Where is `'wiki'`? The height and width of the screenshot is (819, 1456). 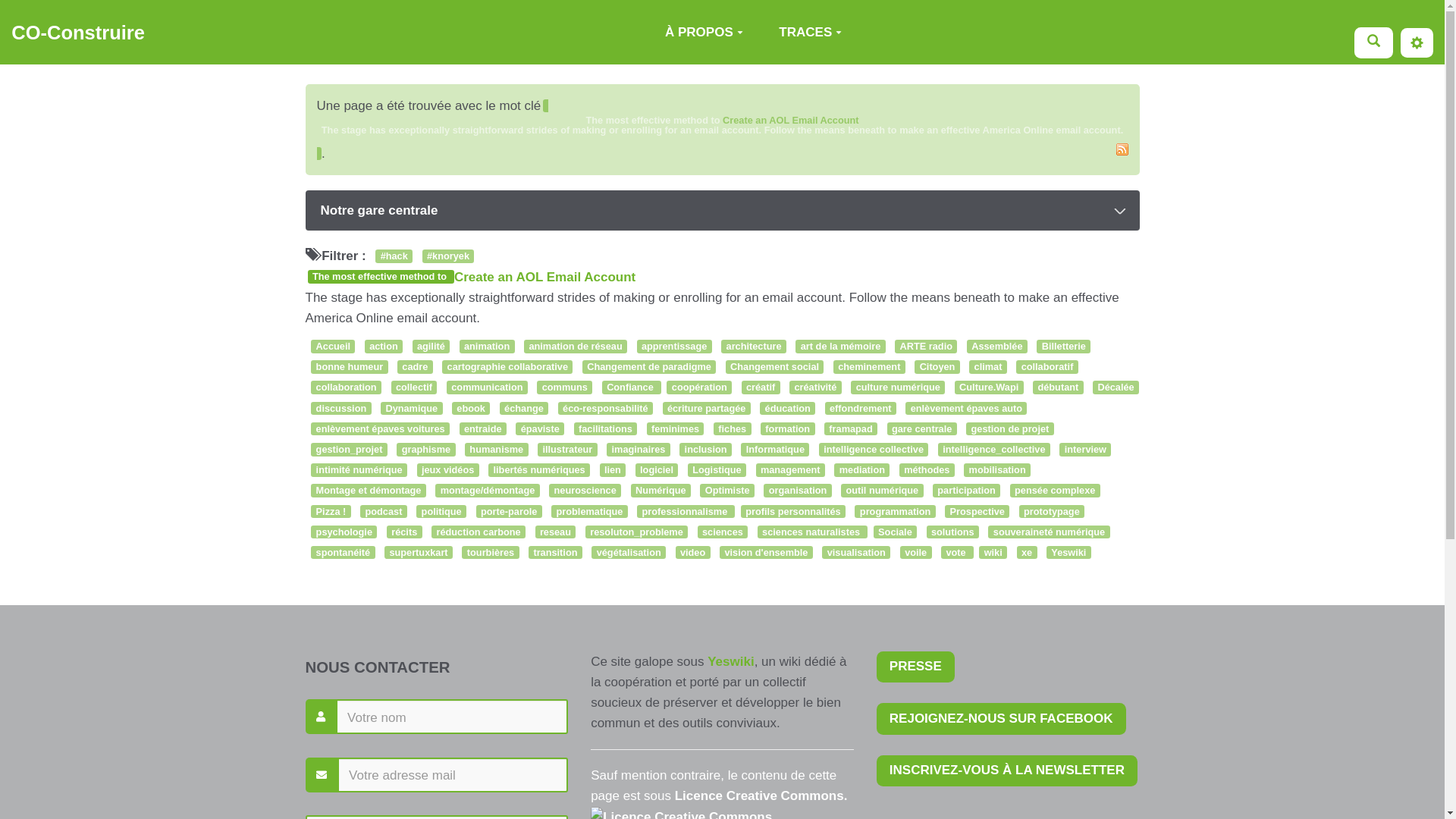
'wiki' is located at coordinates (979, 553).